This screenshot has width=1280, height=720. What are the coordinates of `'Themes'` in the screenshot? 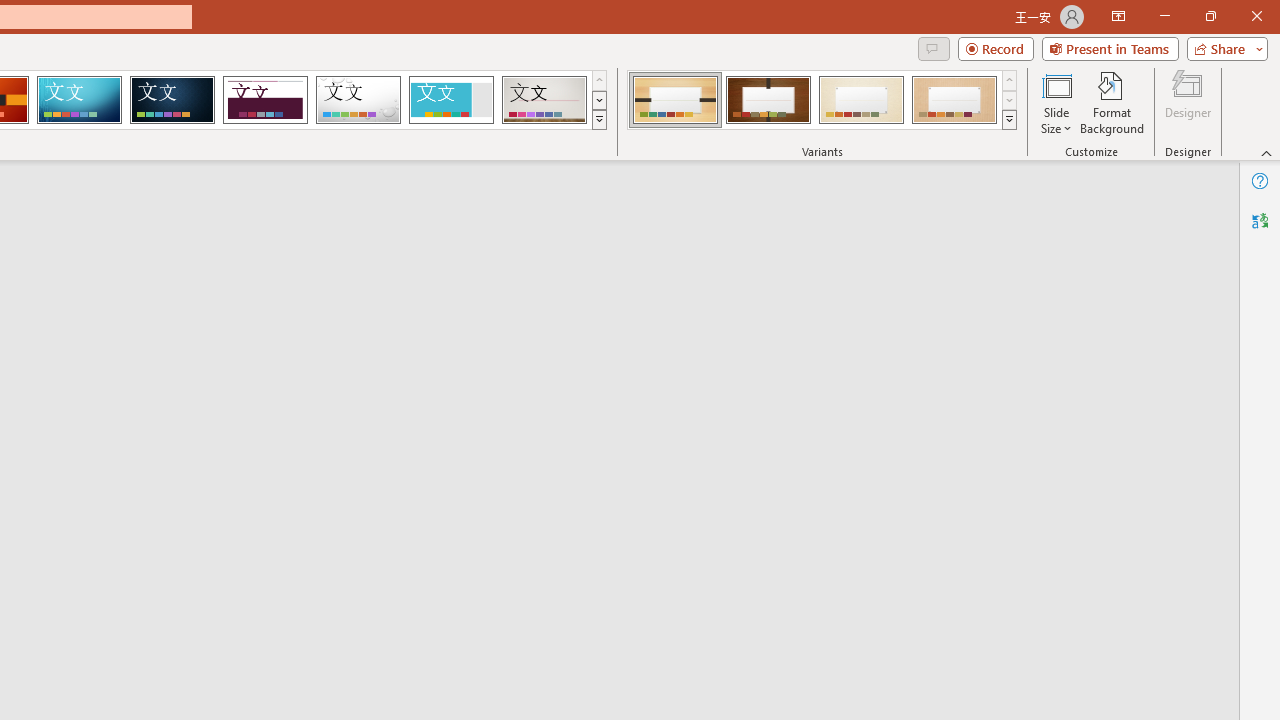 It's located at (598, 120).